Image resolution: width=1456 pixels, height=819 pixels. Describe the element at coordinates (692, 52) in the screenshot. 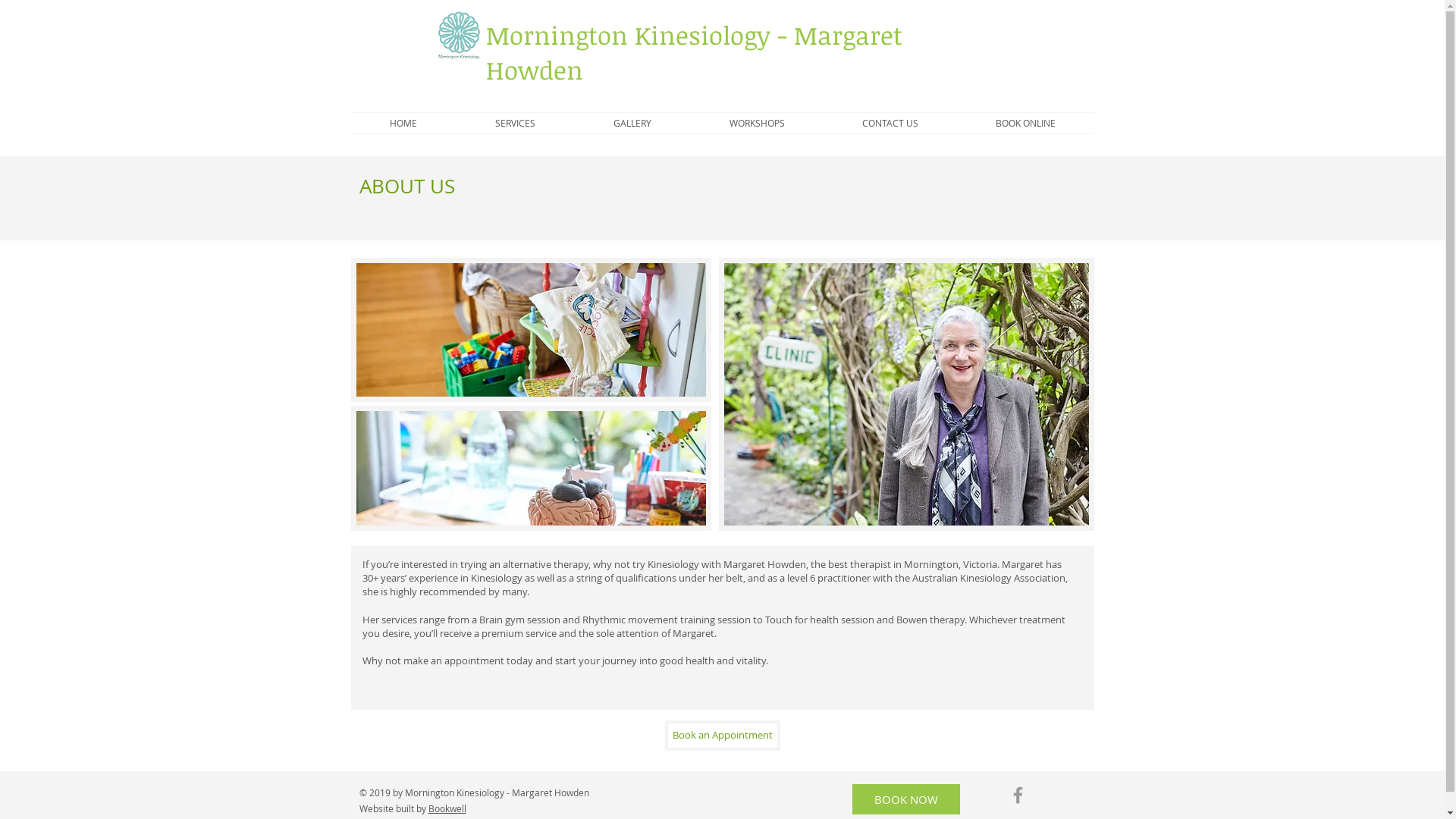

I see `'Mornington Kinesiology - Margaret Howden'` at that location.